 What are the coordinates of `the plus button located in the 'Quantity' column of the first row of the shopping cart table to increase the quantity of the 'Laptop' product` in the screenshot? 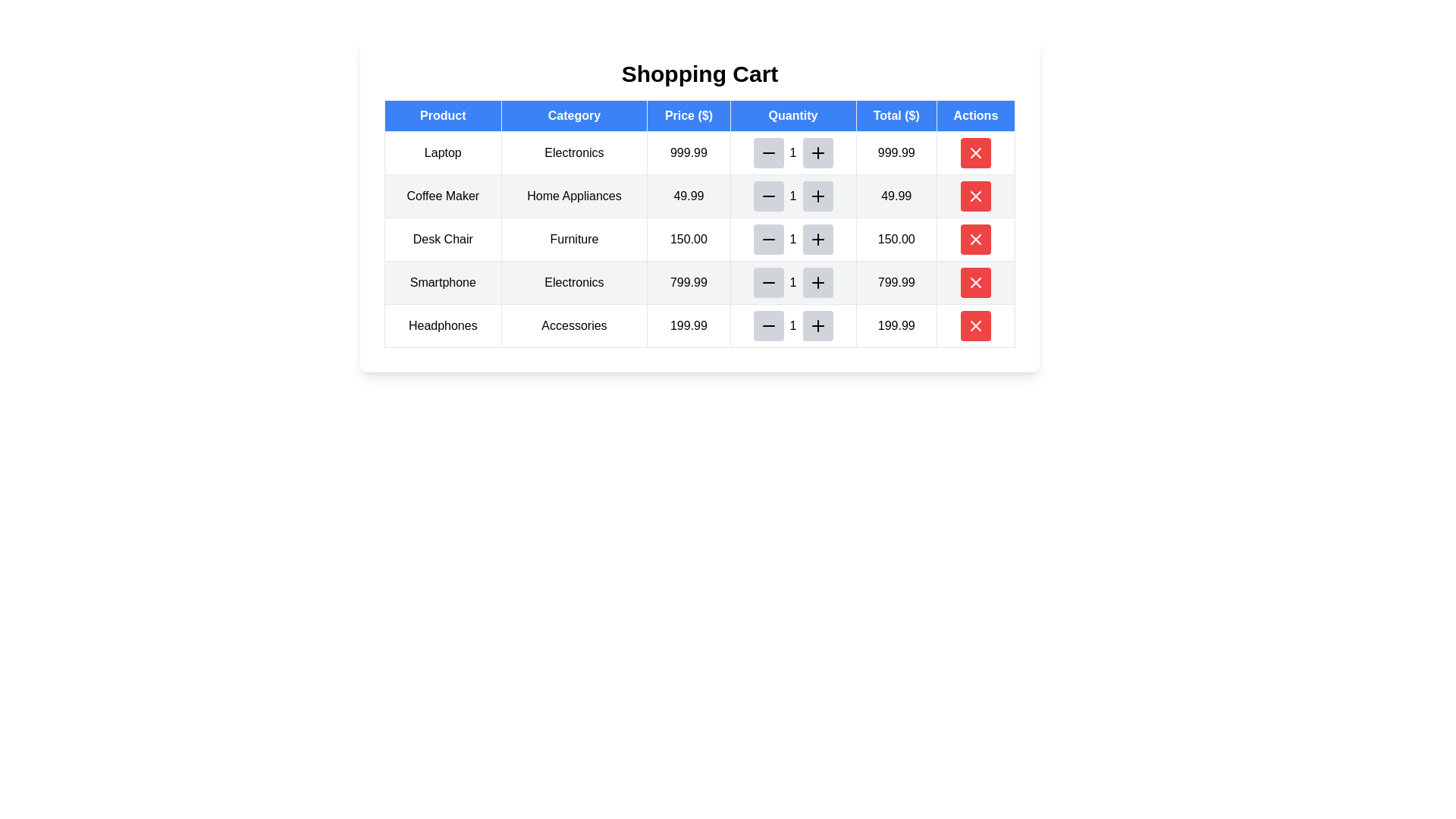 It's located at (817, 152).